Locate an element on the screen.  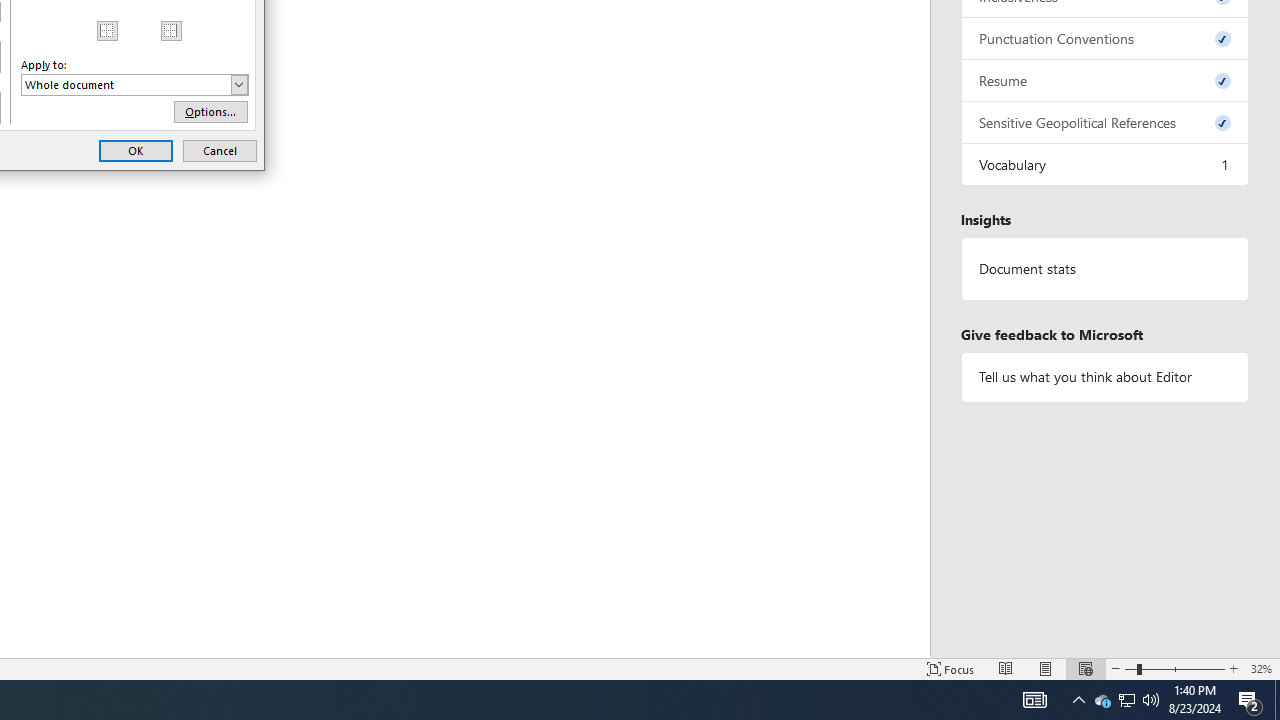
'Vocabulary, 1 issue. Press space or enter to review items.' is located at coordinates (1104, 163).